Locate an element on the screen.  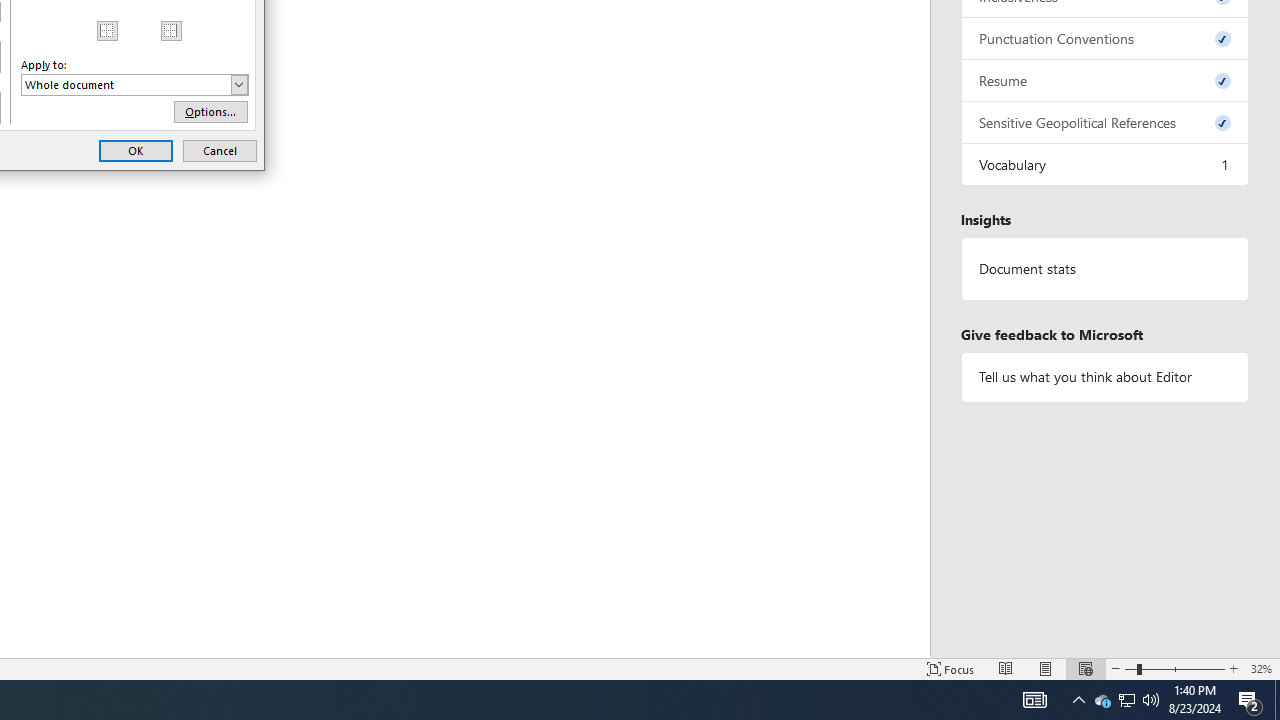
'Vocabulary, 1 issue. Press space or enter to review items.' is located at coordinates (1104, 163).